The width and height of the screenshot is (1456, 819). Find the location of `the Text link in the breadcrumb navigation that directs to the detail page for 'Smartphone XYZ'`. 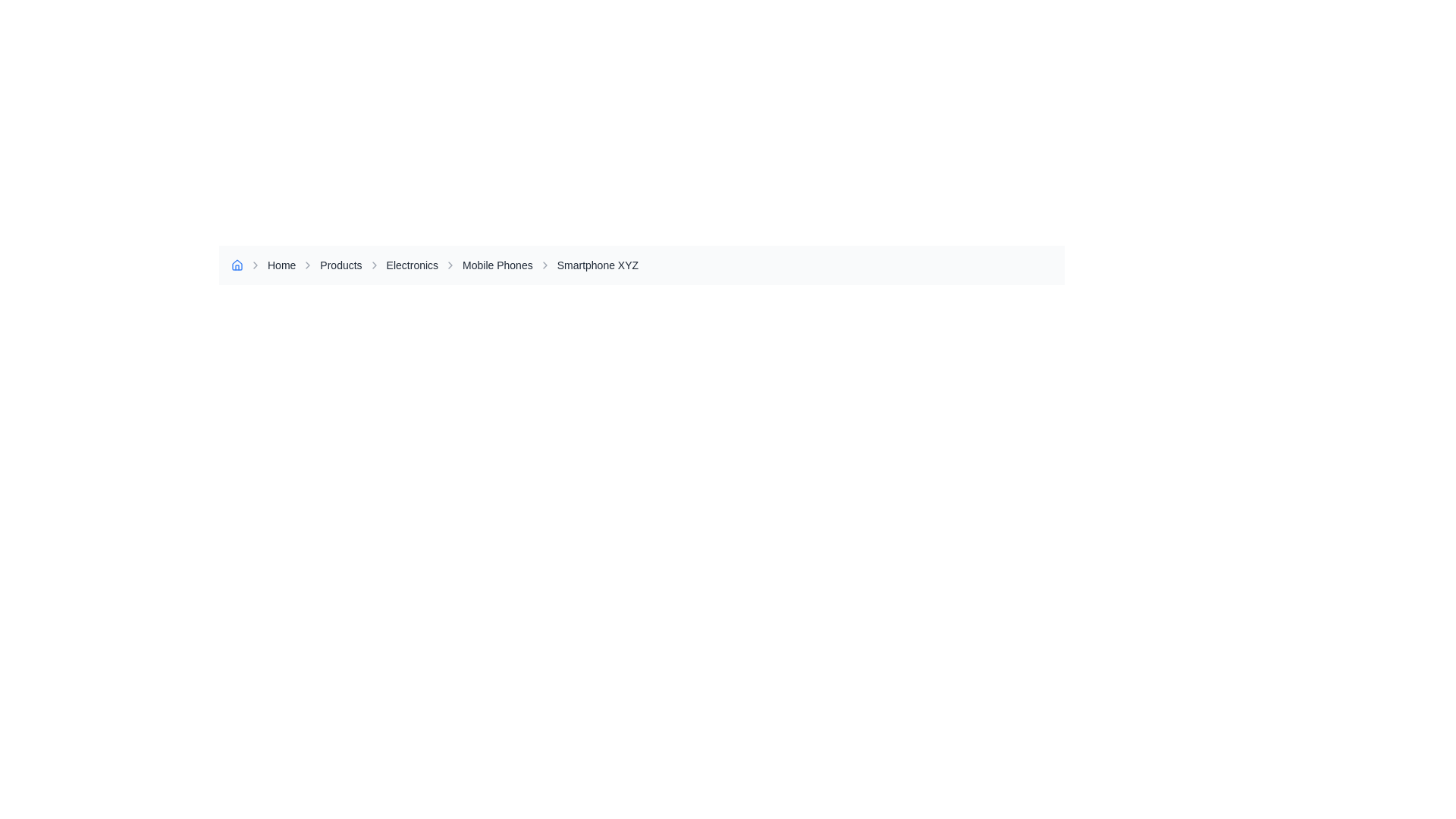

the Text link in the breadcrumb navigation that directs to the detail page for 'Smartphone XYZ' is located at coordinates (588, 265).